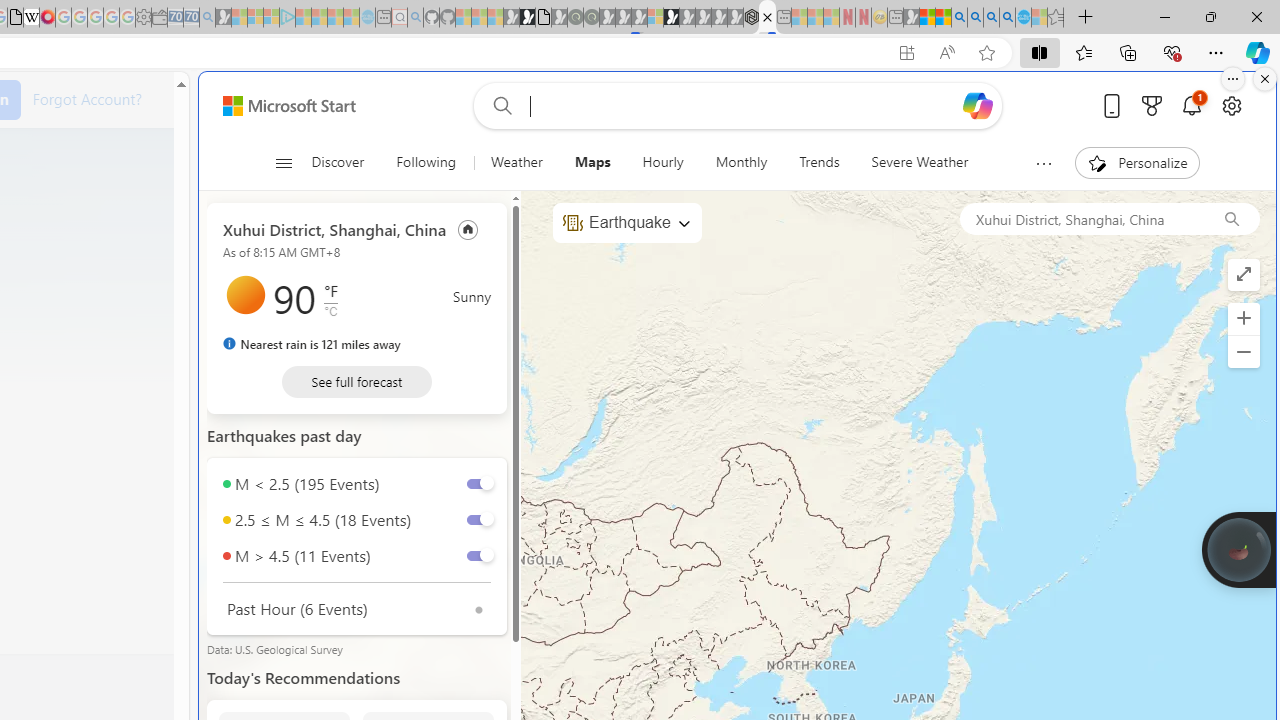 The height and width of the screenshot is (720, 1280). I want to click on 'Bing Real Estate - Home sales and rental listings - Sleeping', so click(207, 17).